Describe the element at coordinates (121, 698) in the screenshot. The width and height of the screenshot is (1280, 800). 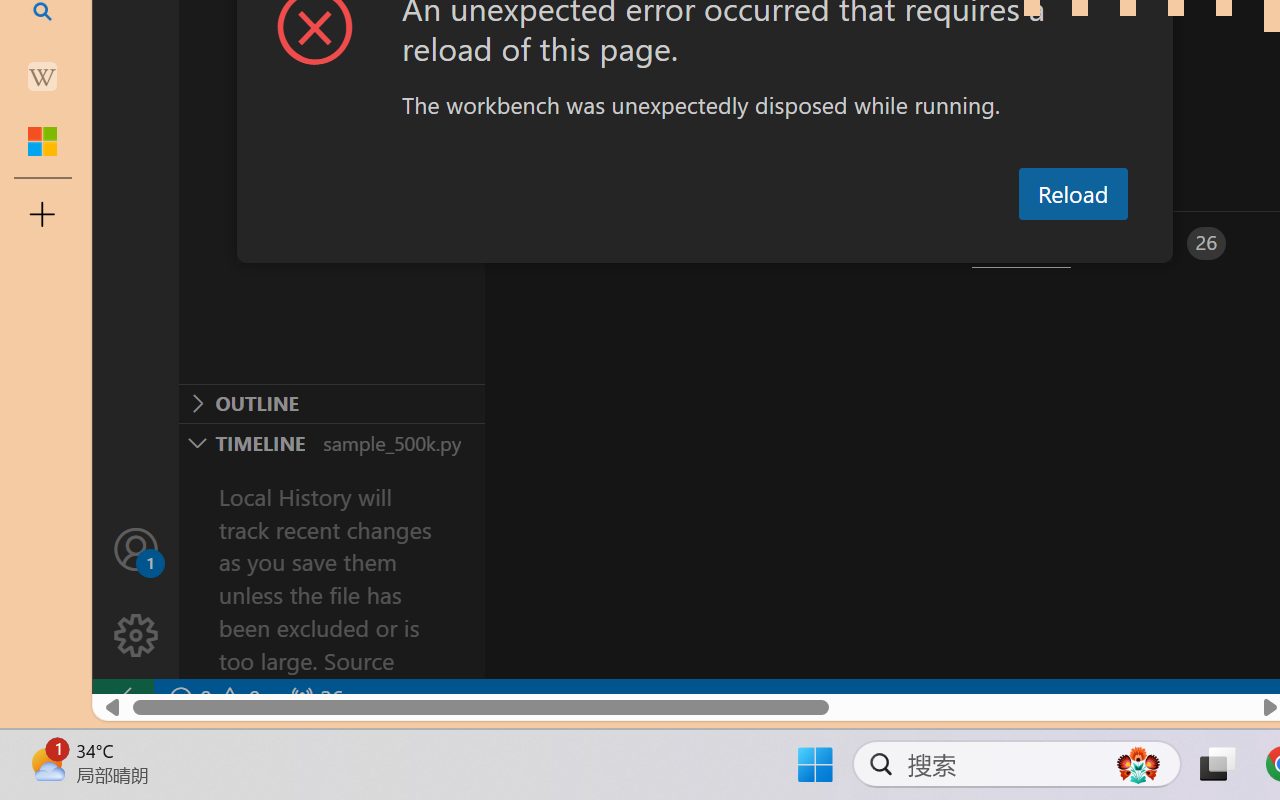
I see `'remote'` at that location.